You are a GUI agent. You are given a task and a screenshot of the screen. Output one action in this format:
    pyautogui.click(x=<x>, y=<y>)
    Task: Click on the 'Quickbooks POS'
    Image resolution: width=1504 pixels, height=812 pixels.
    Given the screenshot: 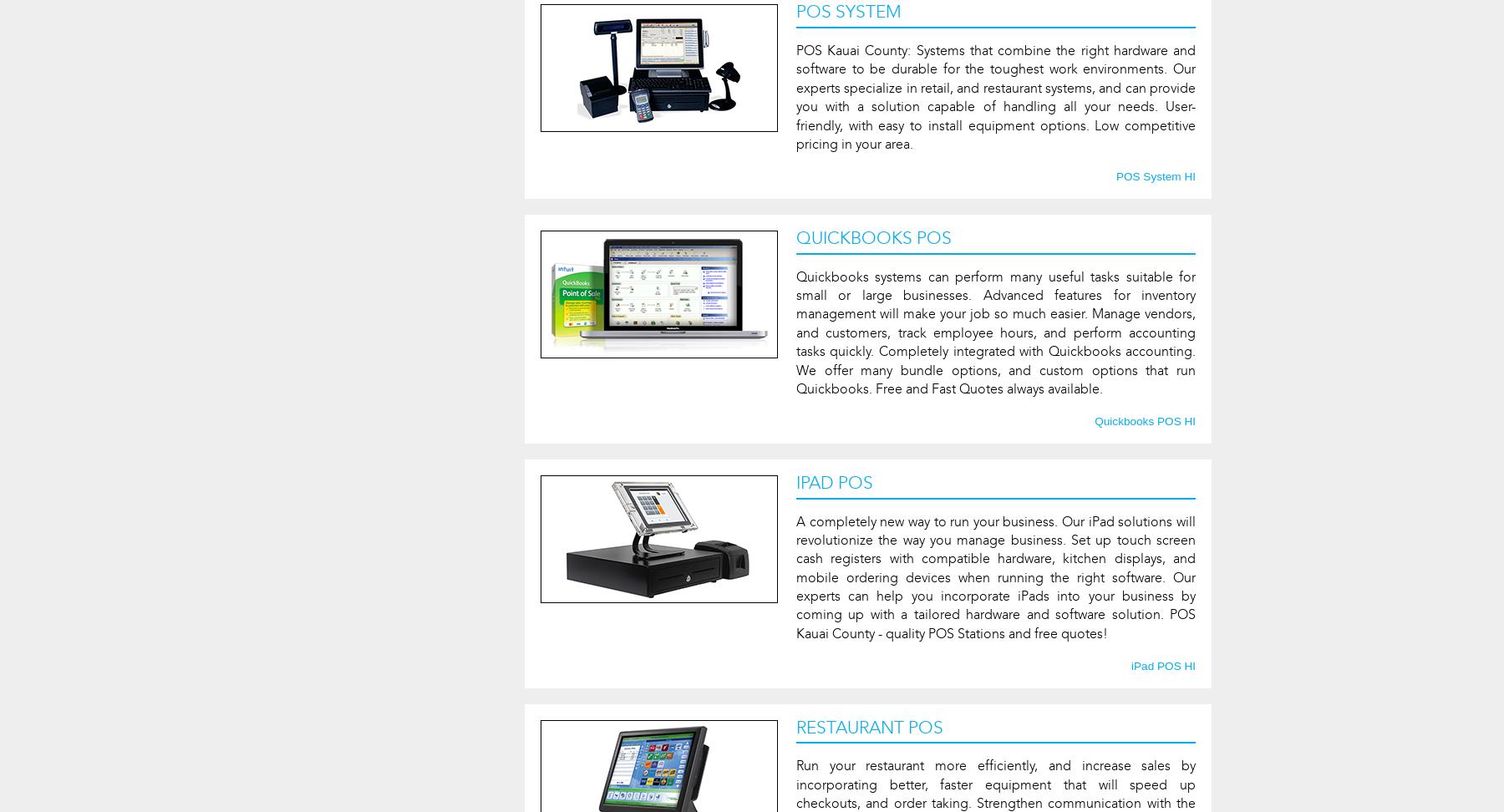 What is the action you would take?
    pyautogui.click(x=873, y=237)
    